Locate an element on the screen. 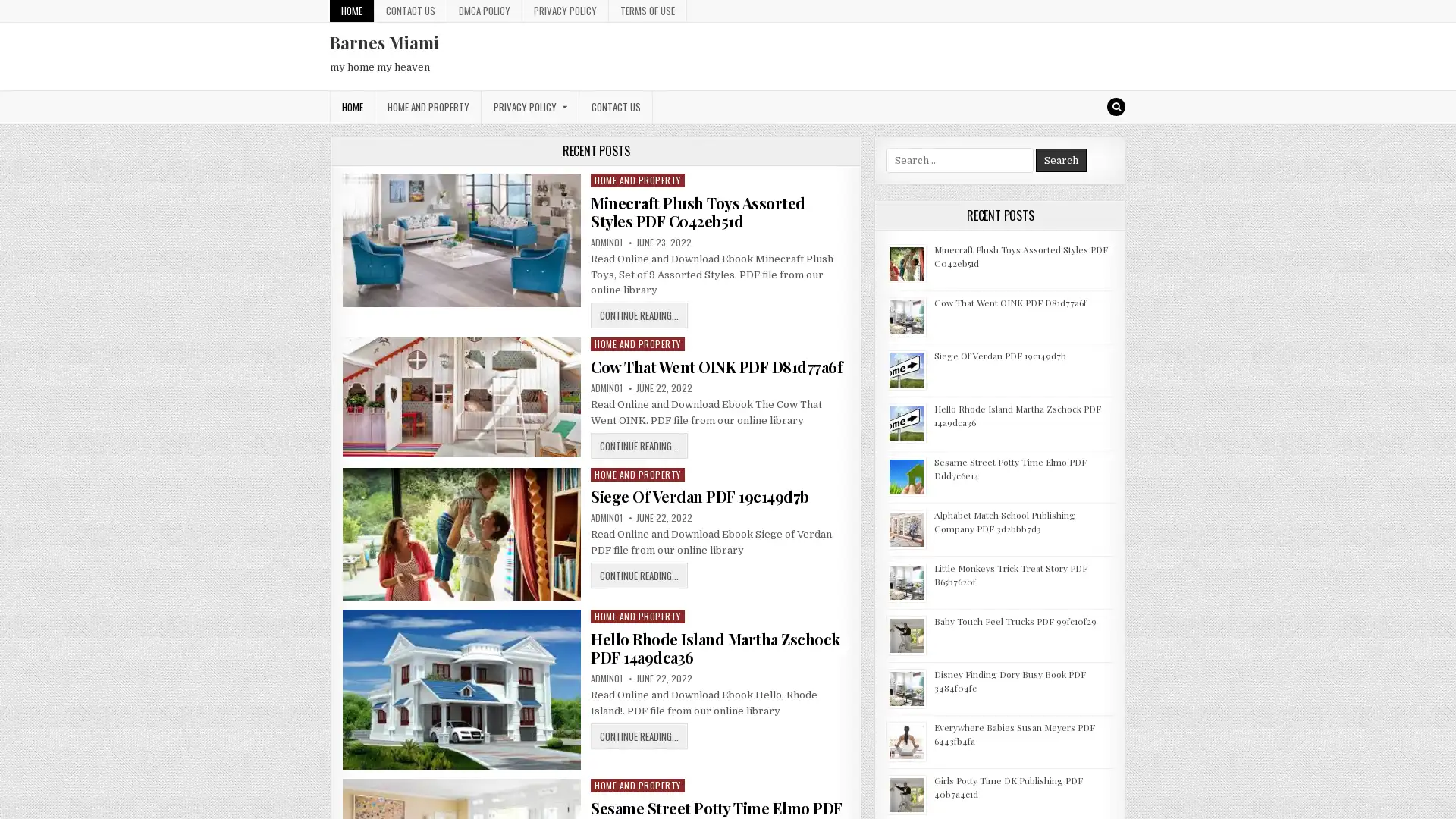  Search is located at coordinates (1060, 160).